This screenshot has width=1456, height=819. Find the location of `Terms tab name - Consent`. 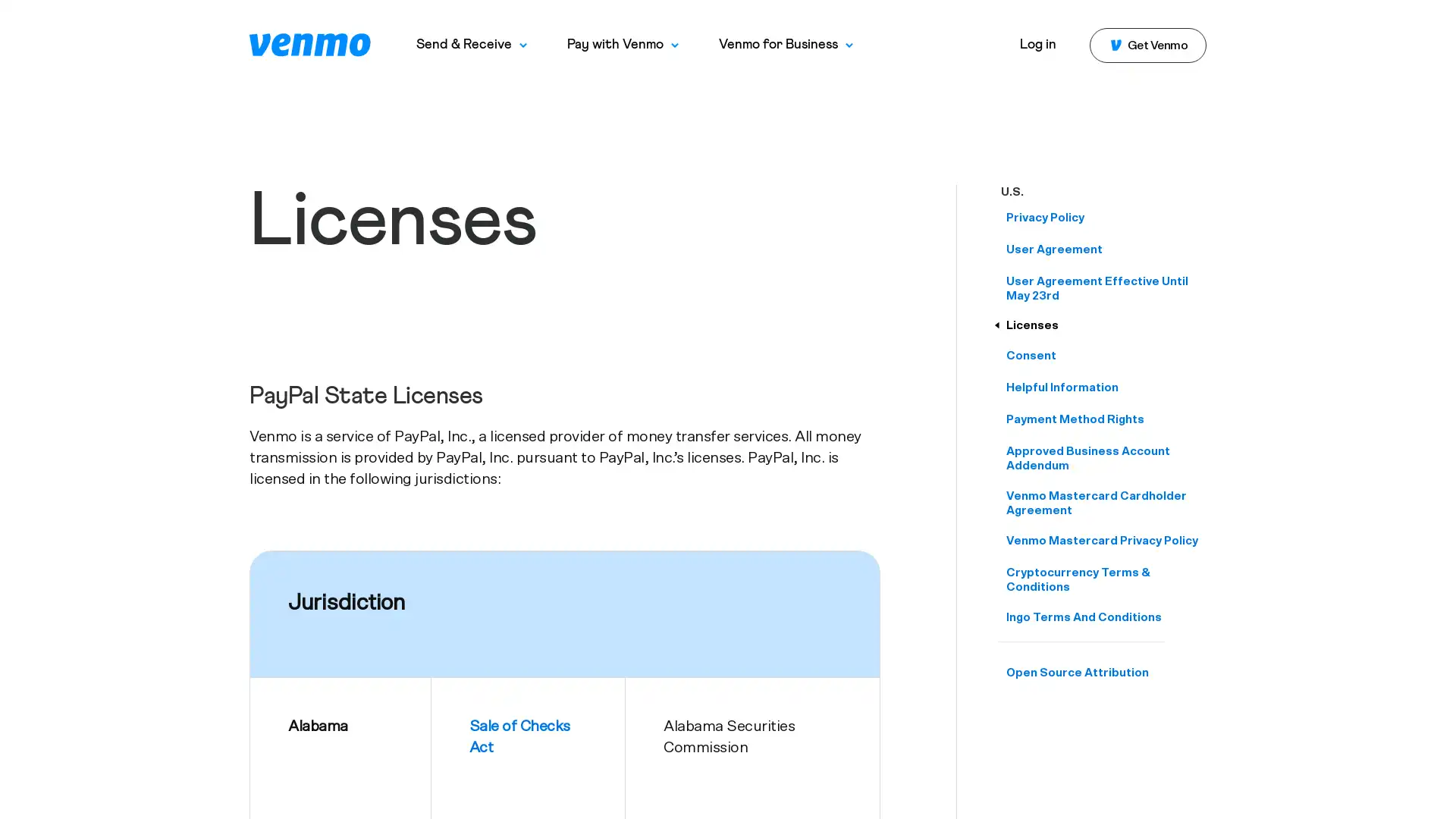

Terms tab name - Consent is located at coordinates (1106, 356).